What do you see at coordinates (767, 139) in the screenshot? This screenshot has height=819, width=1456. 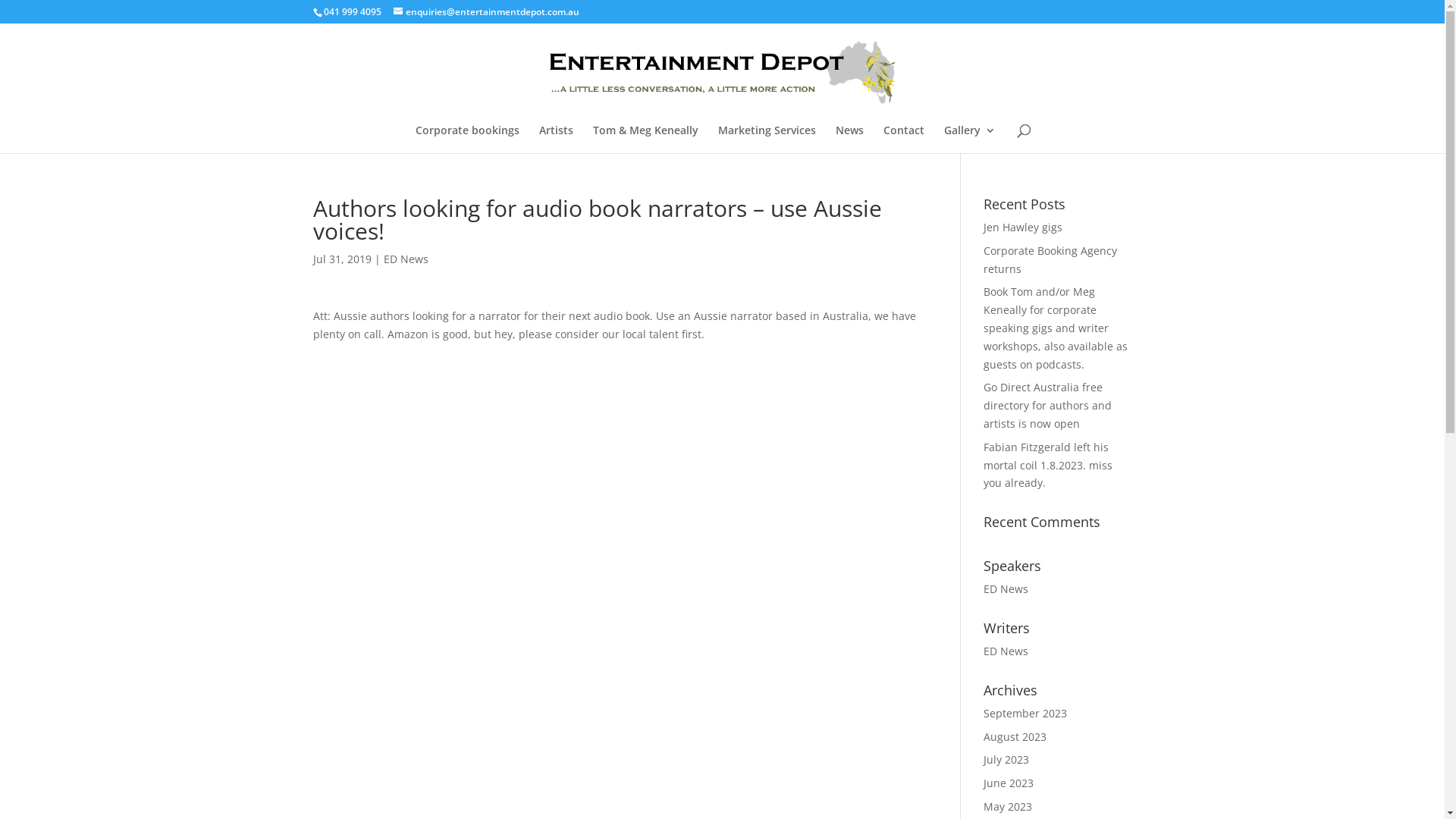 I see `'Marketing Services'` at bounding box center [767, 139].